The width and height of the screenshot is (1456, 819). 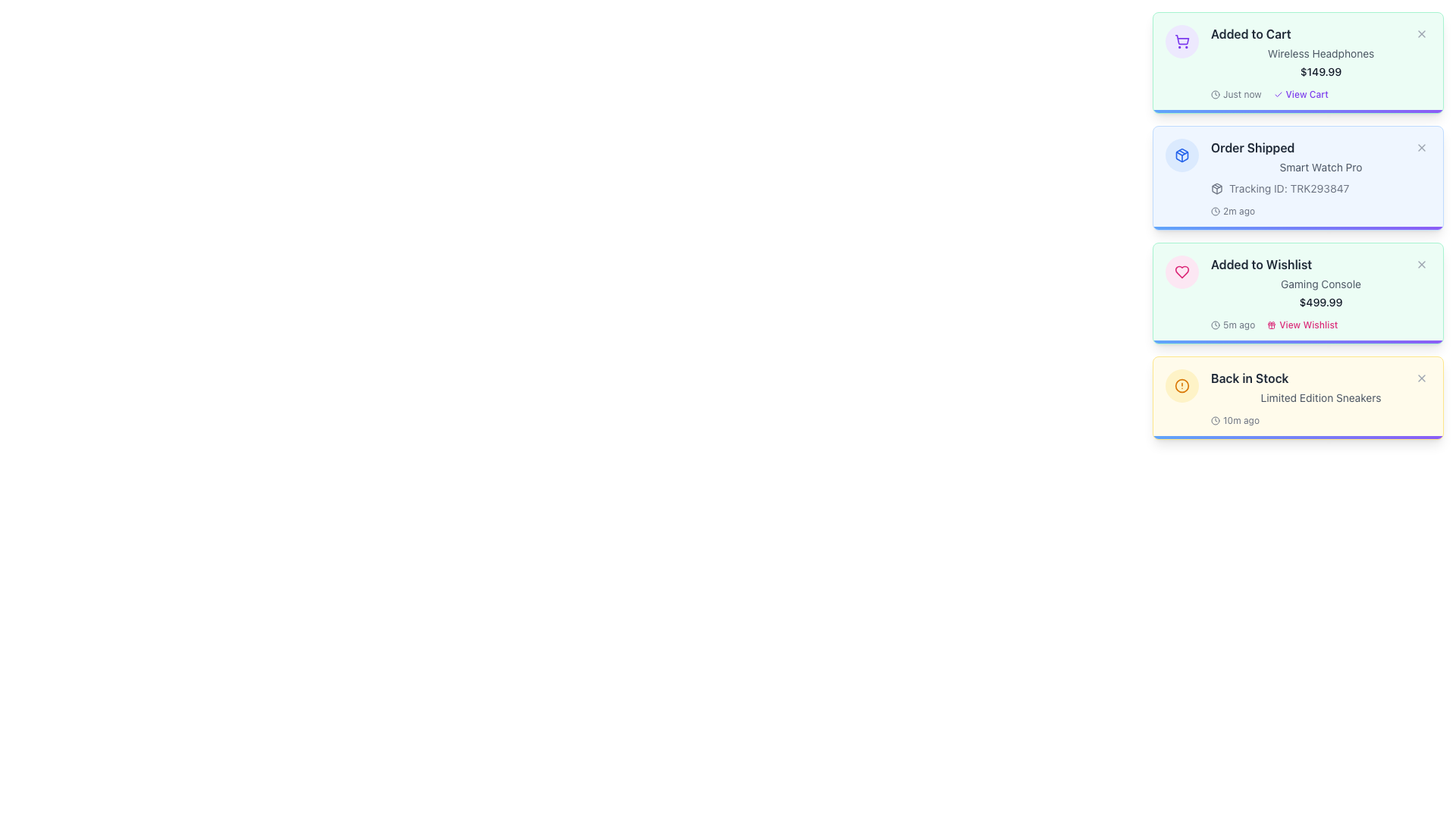 What do you see at coordinates (1216, 324) in the screenshot?
I see `the small clock icon located in the lower section of the 'Added to Wishlist' notification, which is part of the timestamp UI component` at bounding box center [1216, 324].